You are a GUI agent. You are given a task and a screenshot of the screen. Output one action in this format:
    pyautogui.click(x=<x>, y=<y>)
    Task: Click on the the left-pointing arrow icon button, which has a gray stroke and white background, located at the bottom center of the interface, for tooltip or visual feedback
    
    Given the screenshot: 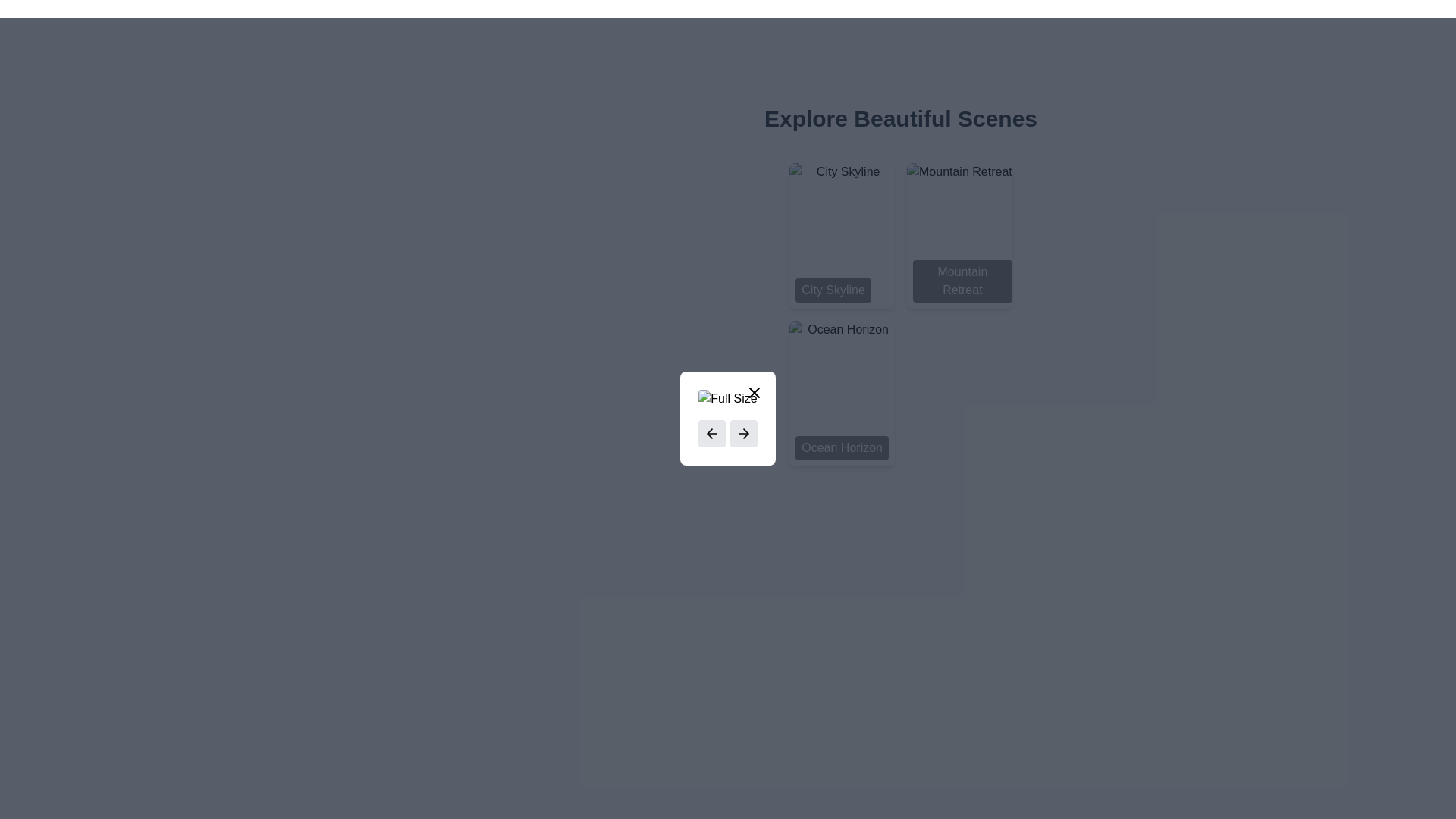 What is the action you would take?
    pyautogui.click(x=711, y=433)
    